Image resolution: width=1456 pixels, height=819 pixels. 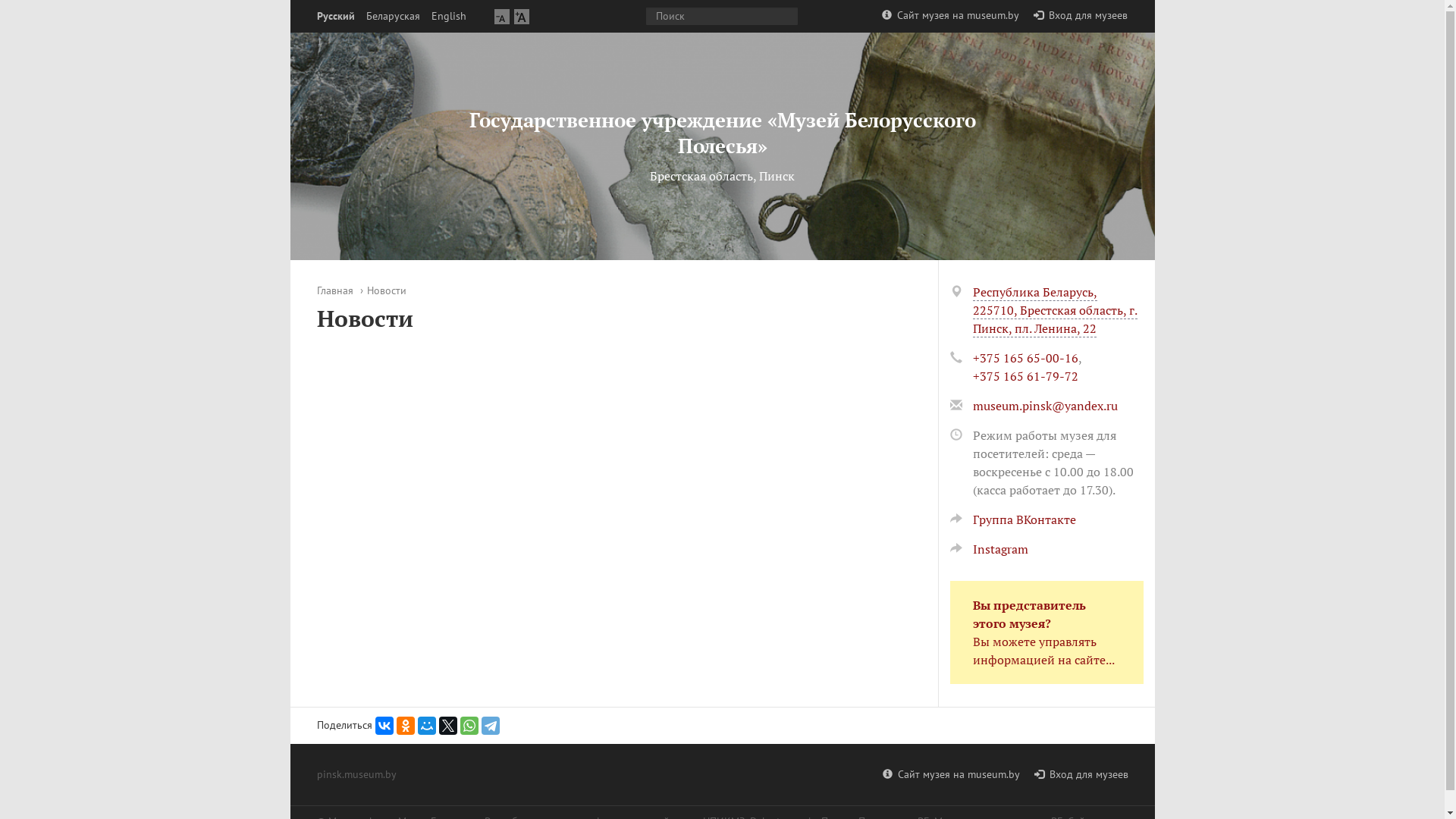 What do you see at coordinates (437, 724) in the screenshot?
I see `'Twitter'` at bounding box center [437, 724].